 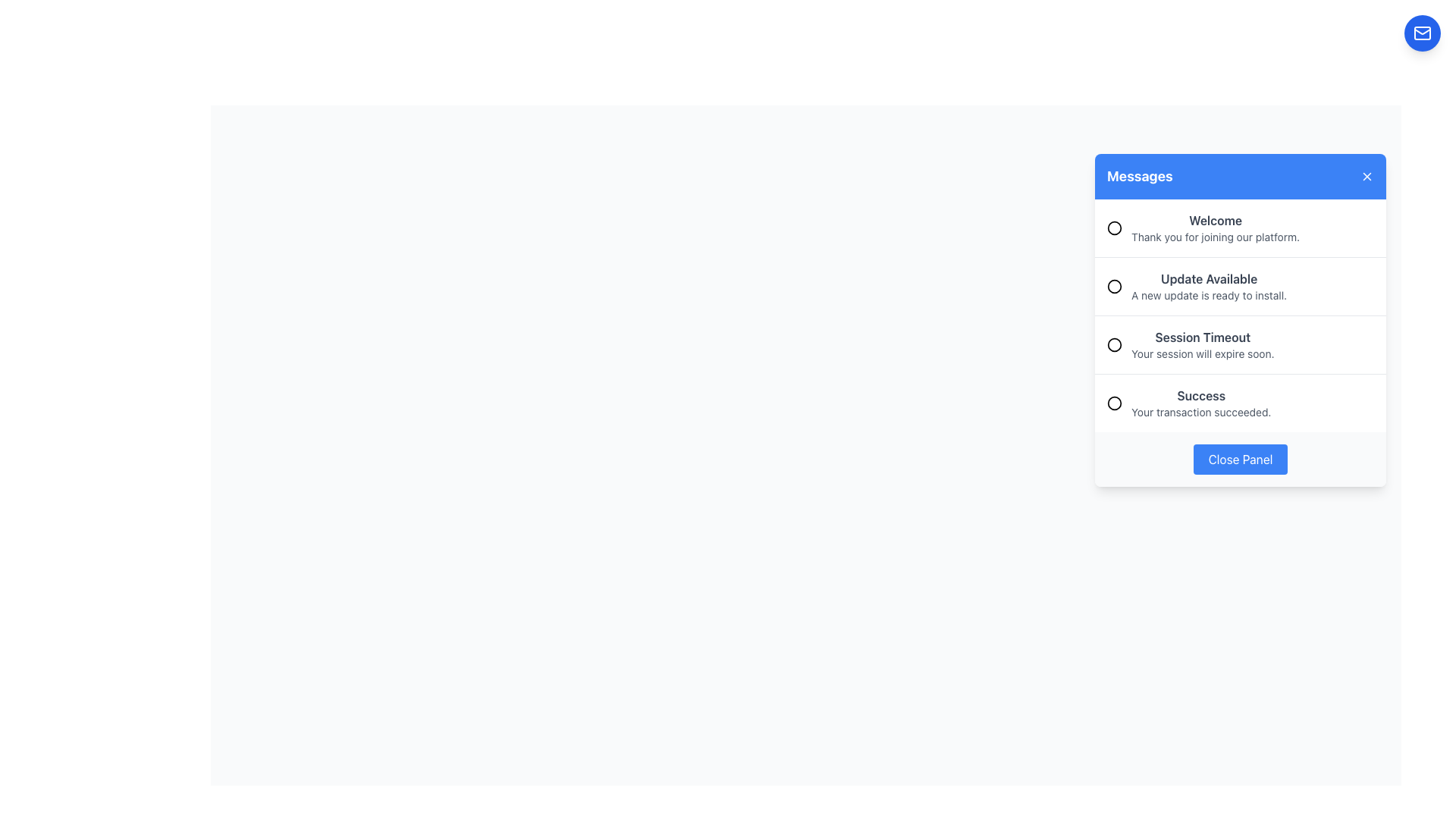 I want to click on the SVG Rectangle Element that serves as the body of the envelope icon located in the top-right corner of the interface, so click(x=1422, y=33).